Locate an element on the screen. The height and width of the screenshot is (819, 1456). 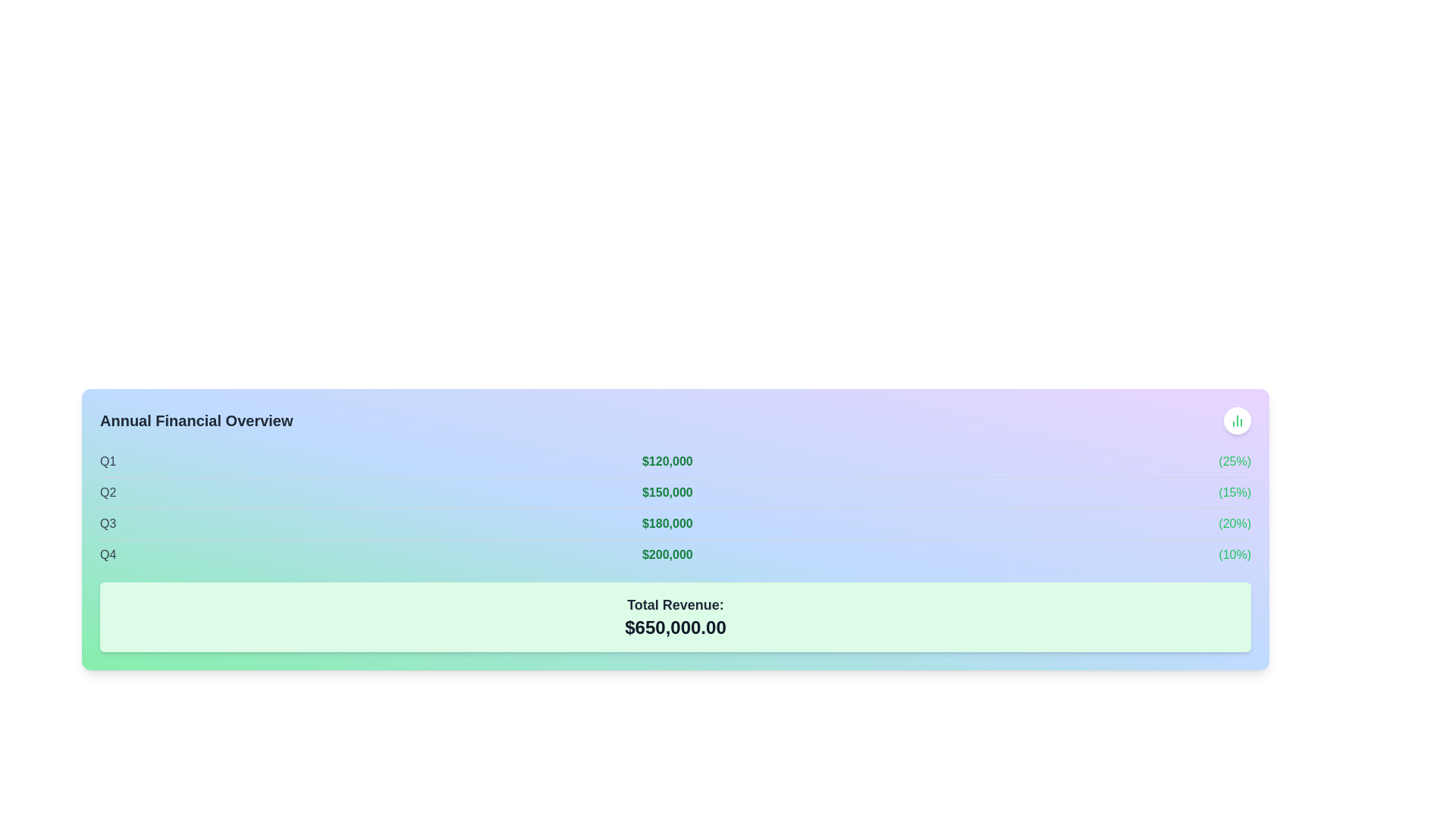
the static text label displaying '(10%)' in green, which is positioned to the right of the 'Q4' row in the table layout, next to '$200,000' is located at coordinates (1235, 555).